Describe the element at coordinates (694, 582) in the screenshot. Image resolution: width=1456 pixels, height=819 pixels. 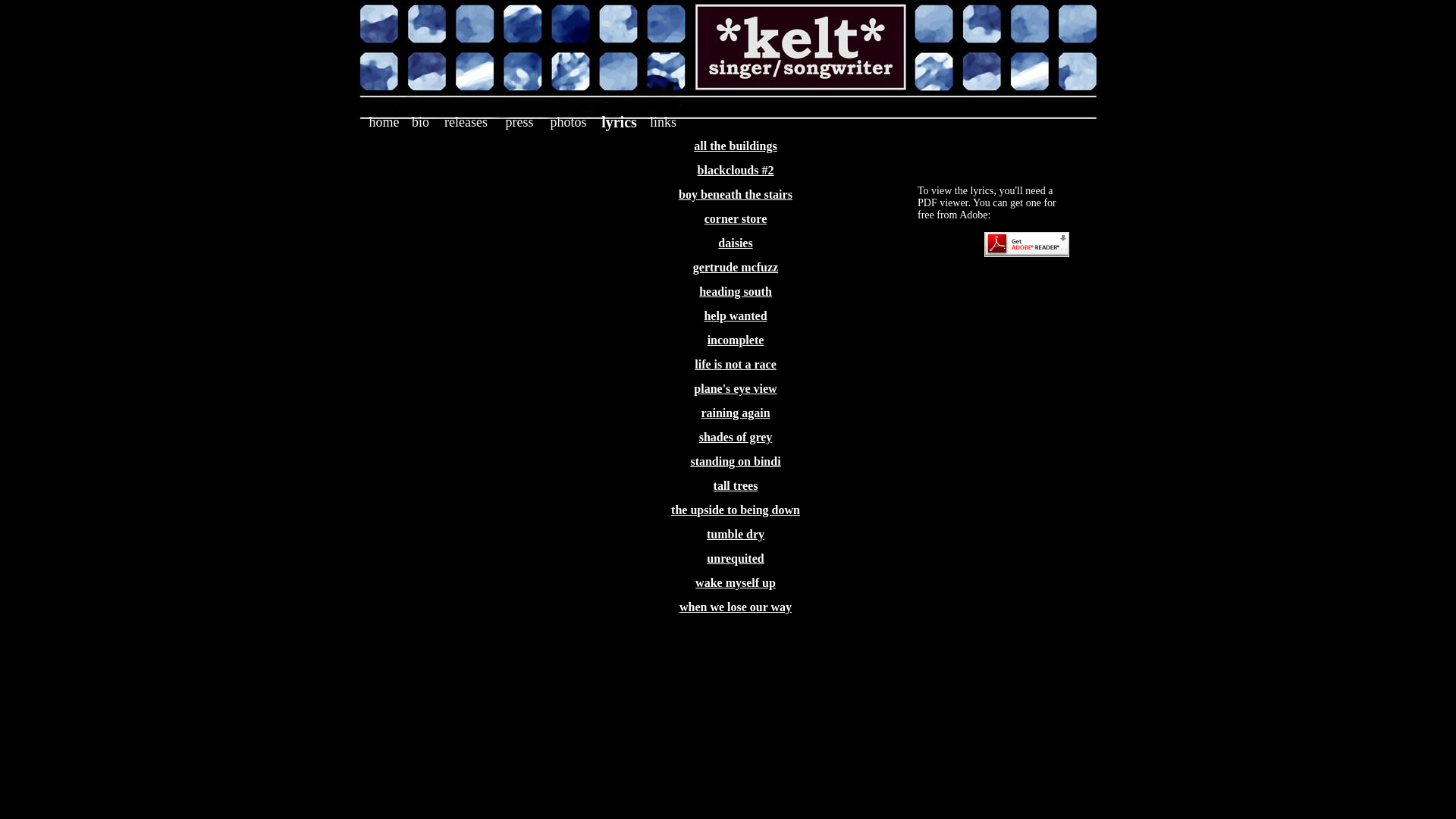
I see `'wake myself up'` at that location.